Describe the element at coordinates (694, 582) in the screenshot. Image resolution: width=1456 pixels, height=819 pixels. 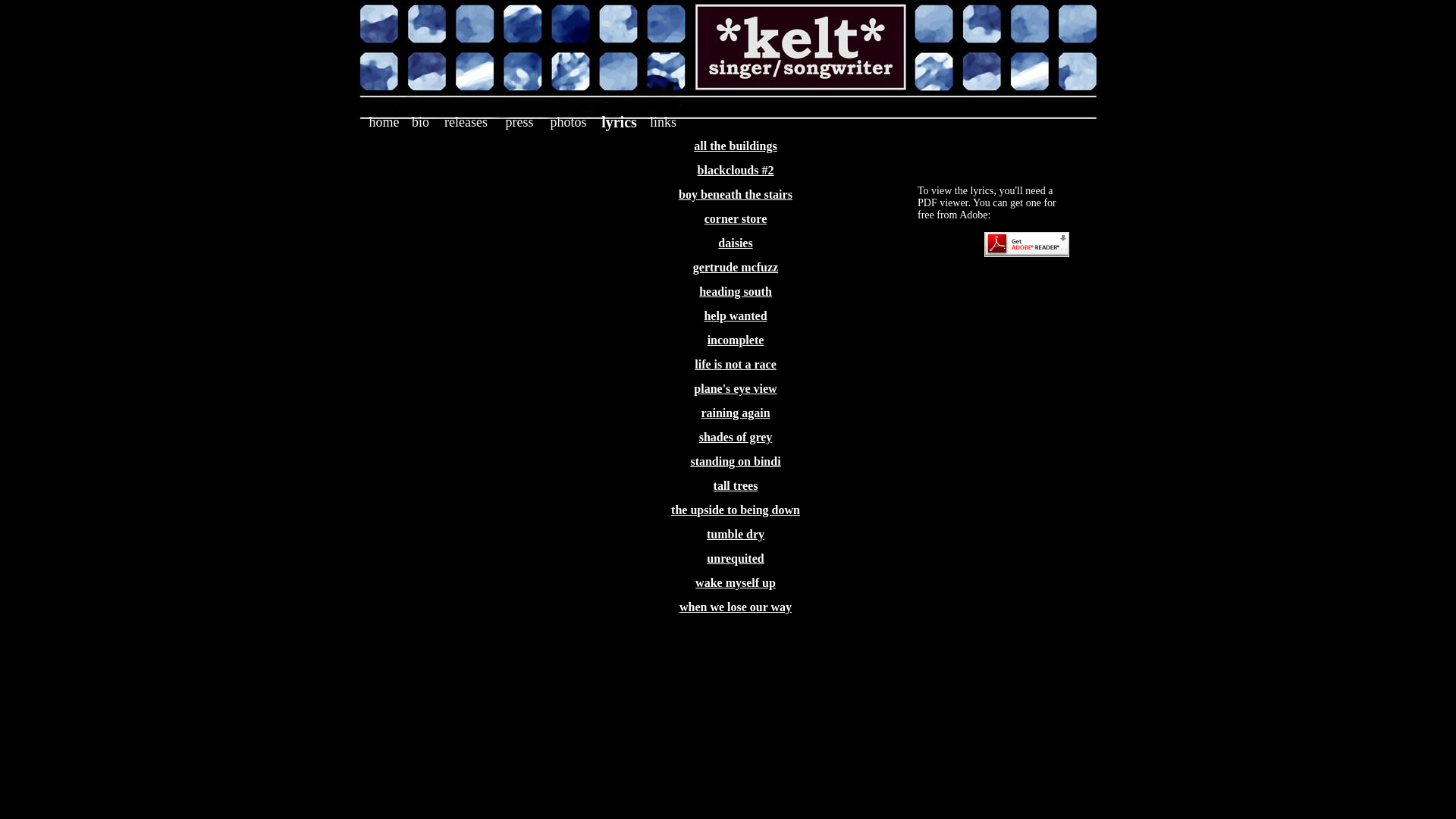
I see `'wake myself up'` at that location.